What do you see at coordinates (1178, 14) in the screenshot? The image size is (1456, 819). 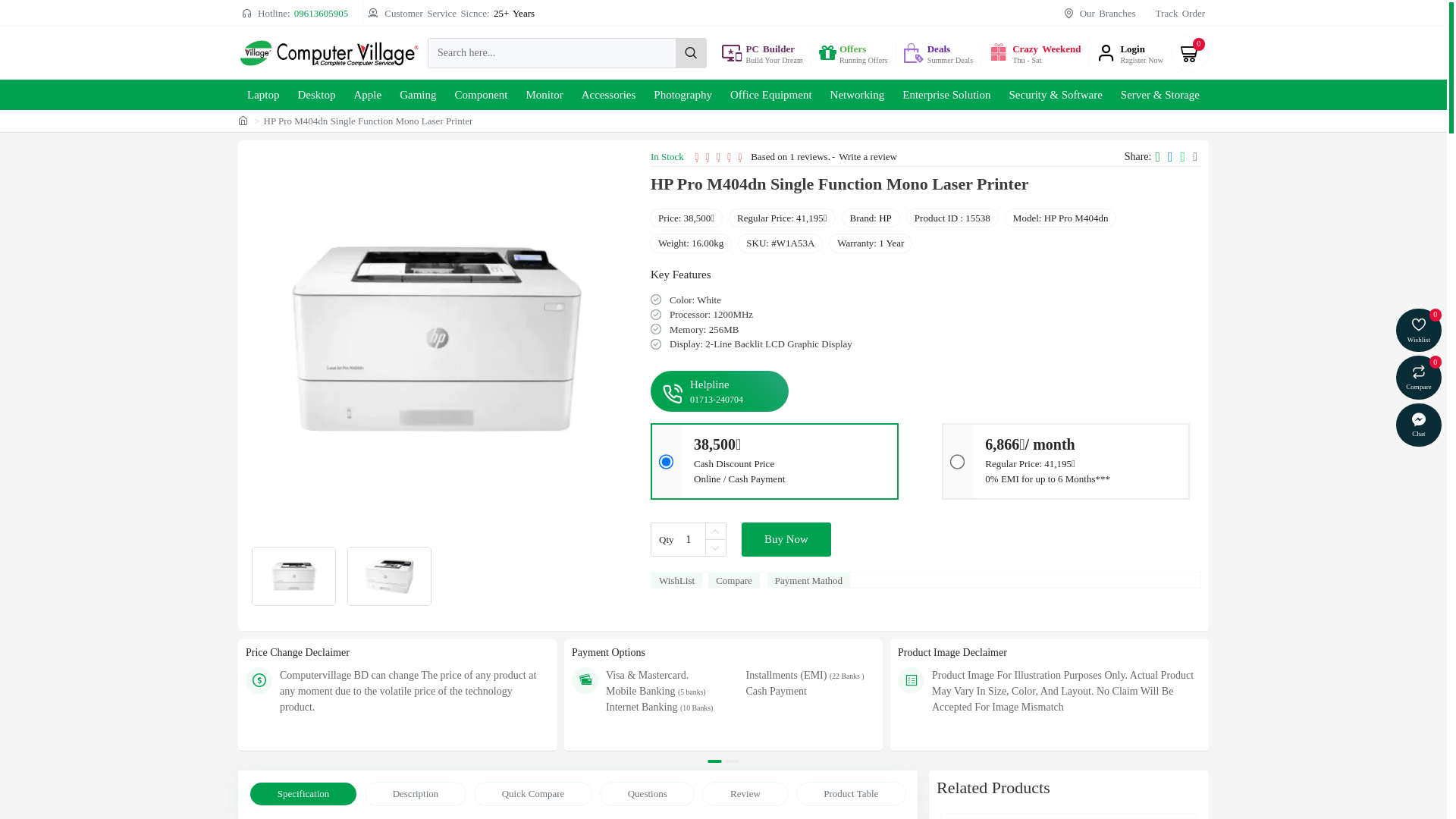 I see `'Track Order'` at bounding box center [1178, 14].